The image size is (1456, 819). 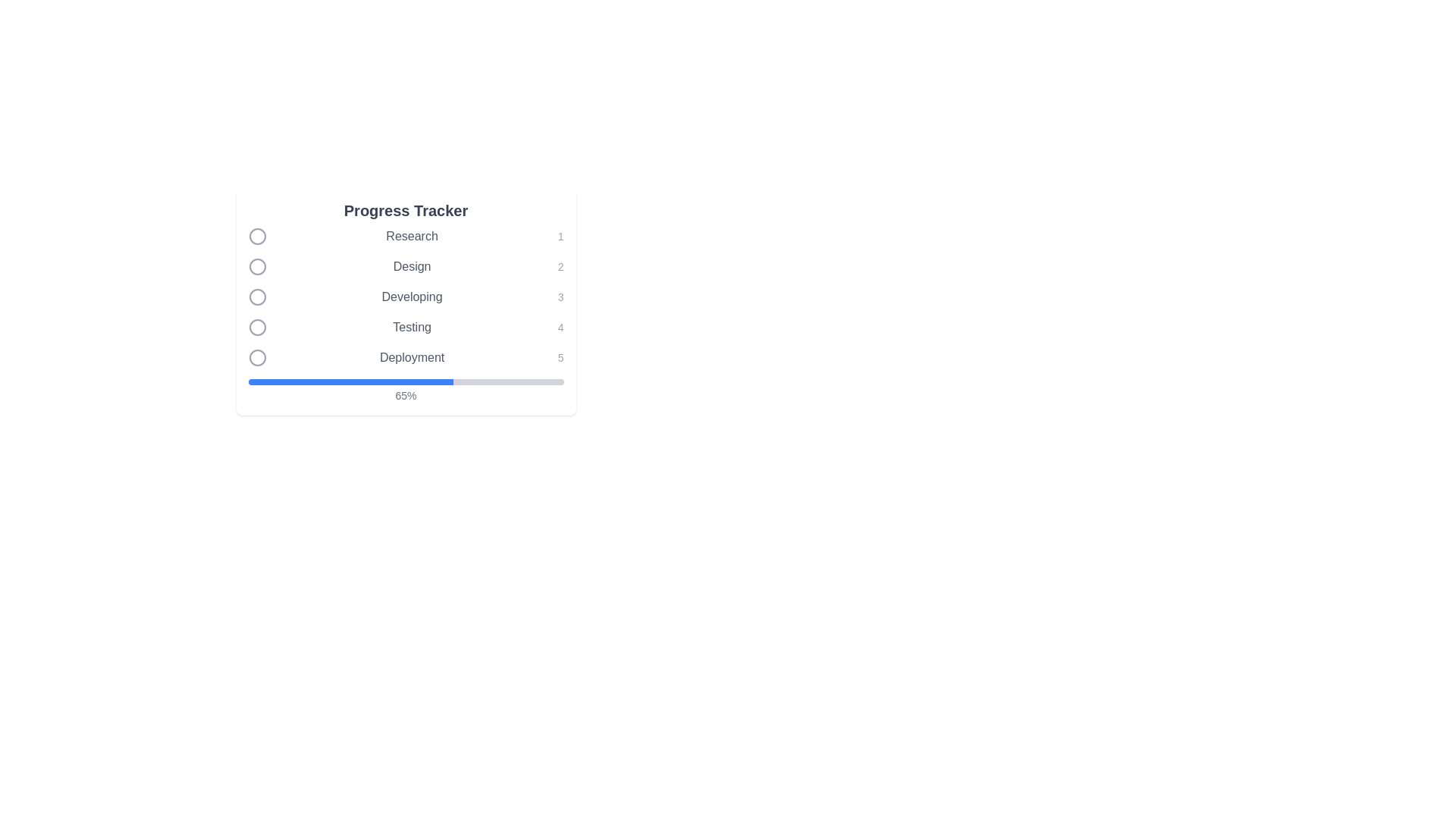 I want to click on the static informational label displaying '65%' which is styled in a small, gray font and positioned below the progress bar, so click(x=406, y=394).